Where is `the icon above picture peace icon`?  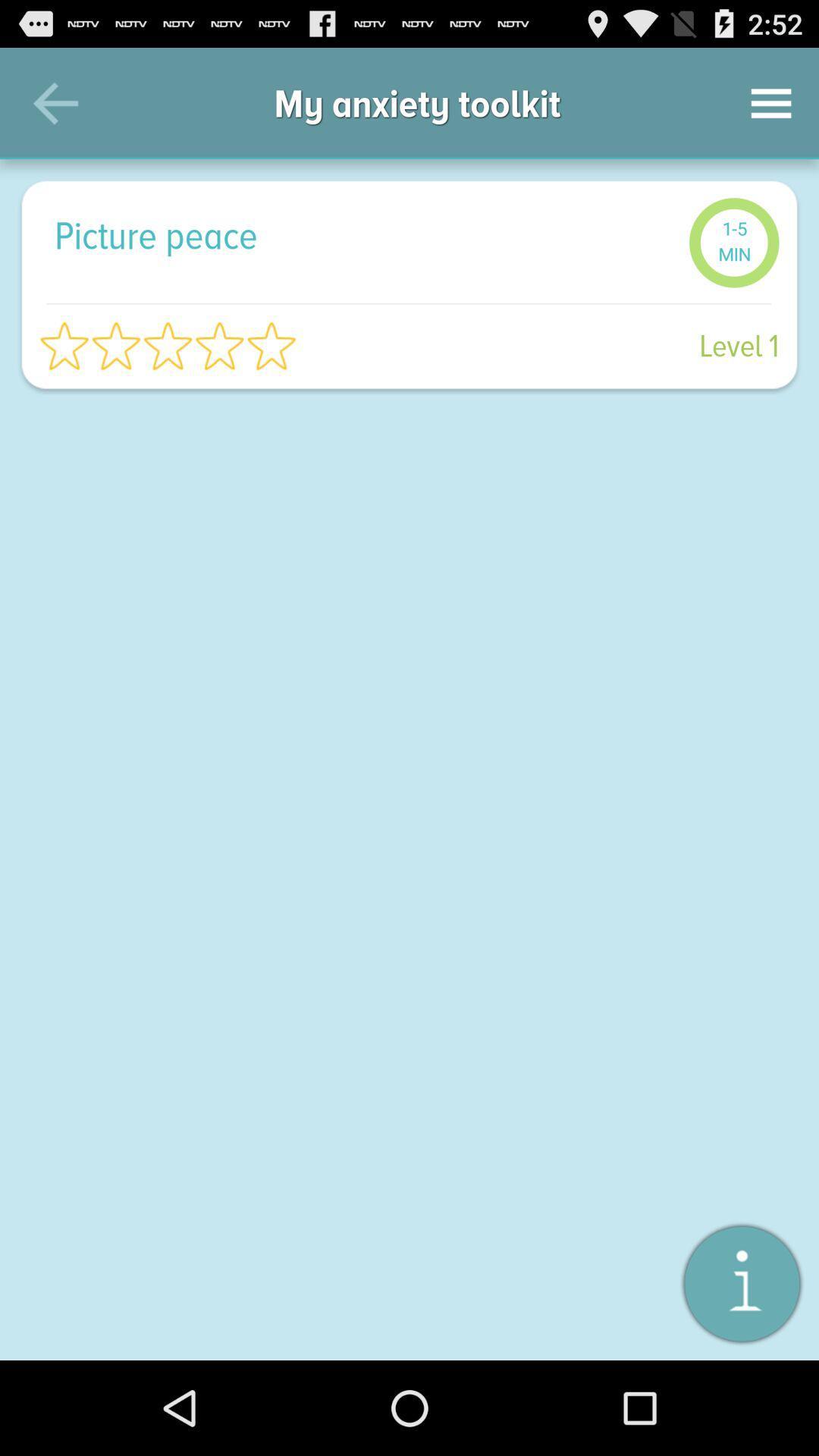
the icon above picture peace icon is located at coordinates (55, 102).